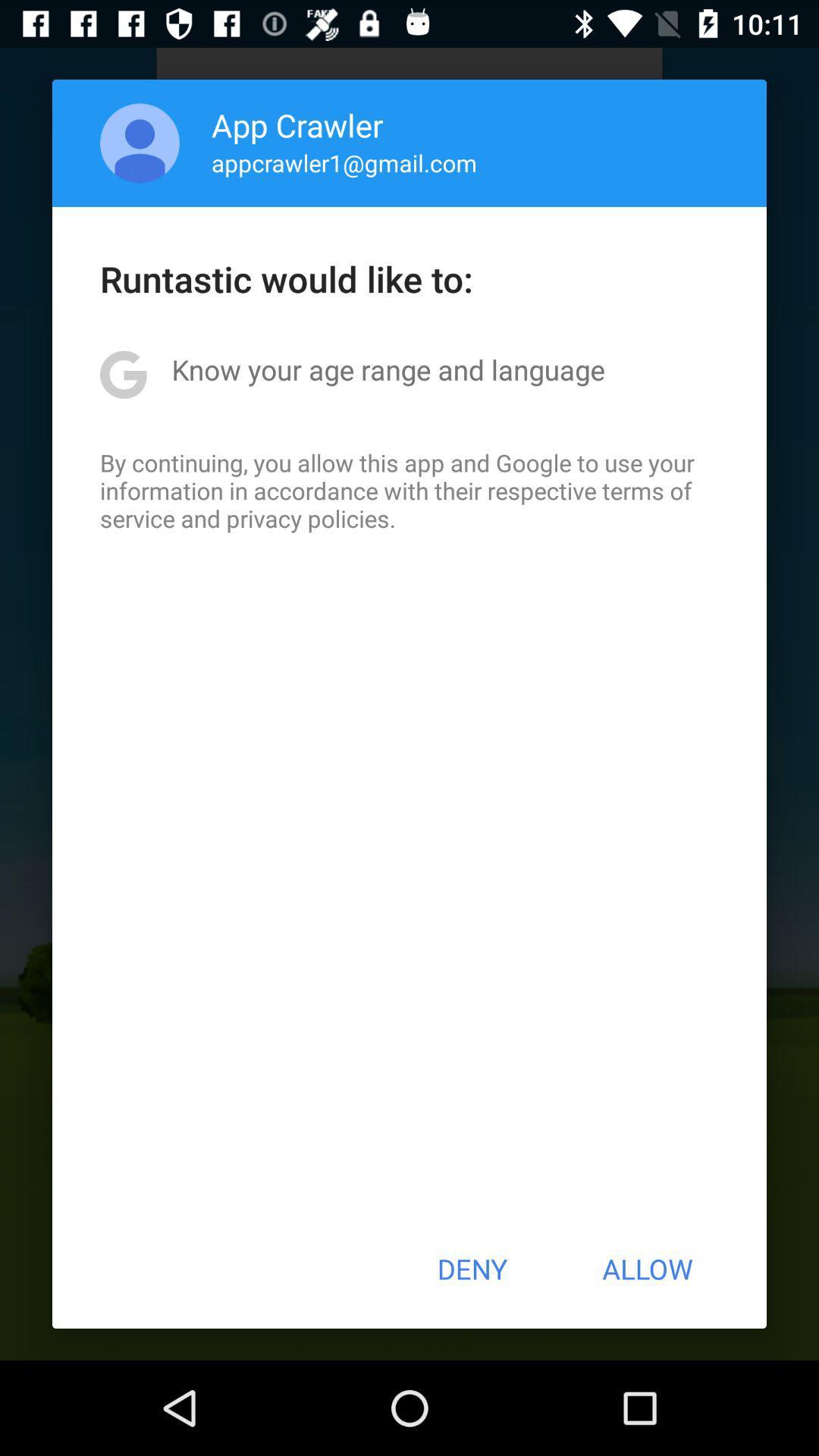  I want to click on item below the app crawler icon, so click(344, 162).